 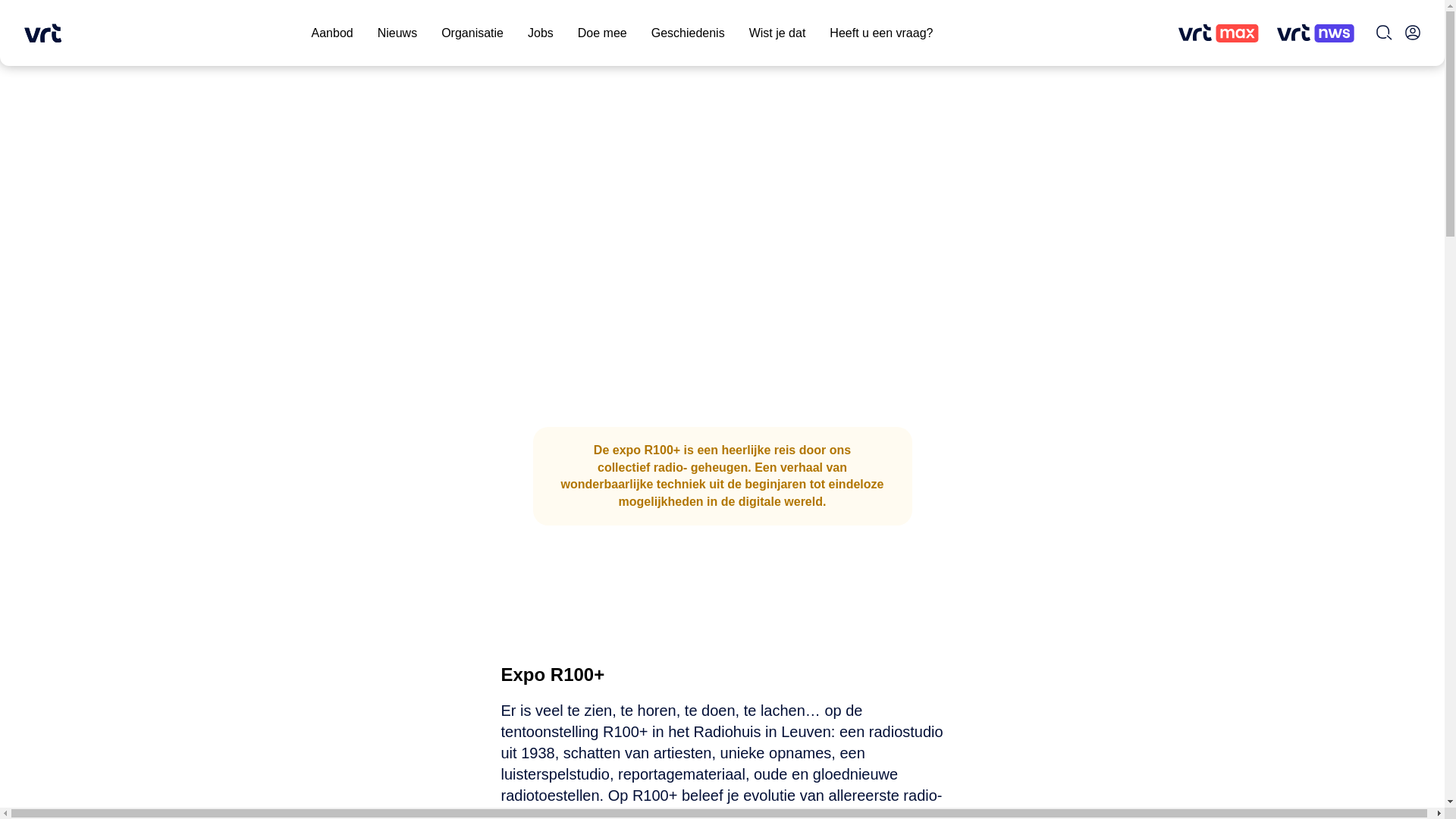 I want to click on 'Aanbod', so click(x=331, y=33).